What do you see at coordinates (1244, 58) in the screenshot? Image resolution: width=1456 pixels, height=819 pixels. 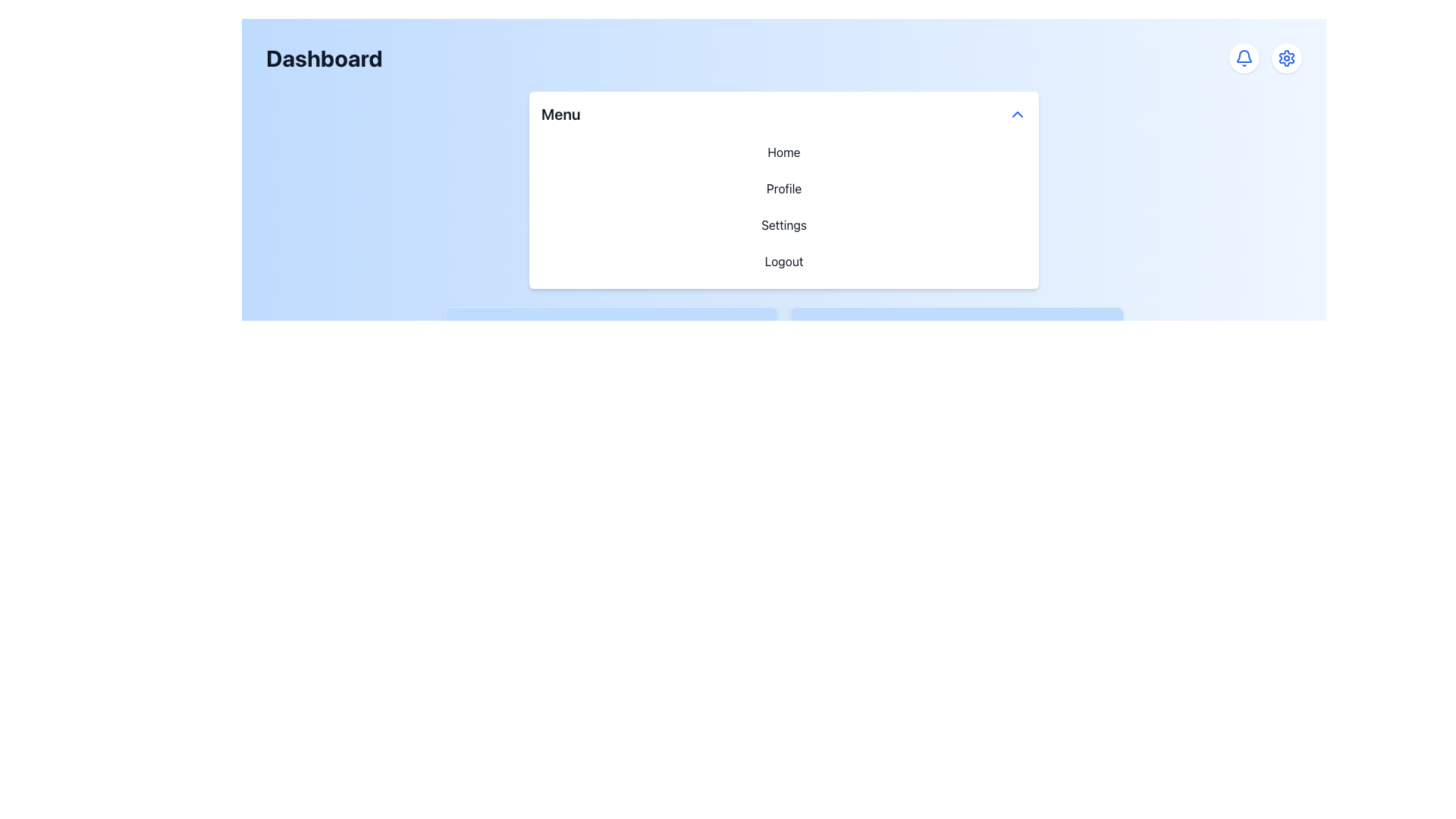 I see `the Notification Bell icon located in the top-right corner of the interface` at bounding box center [1244, 58].